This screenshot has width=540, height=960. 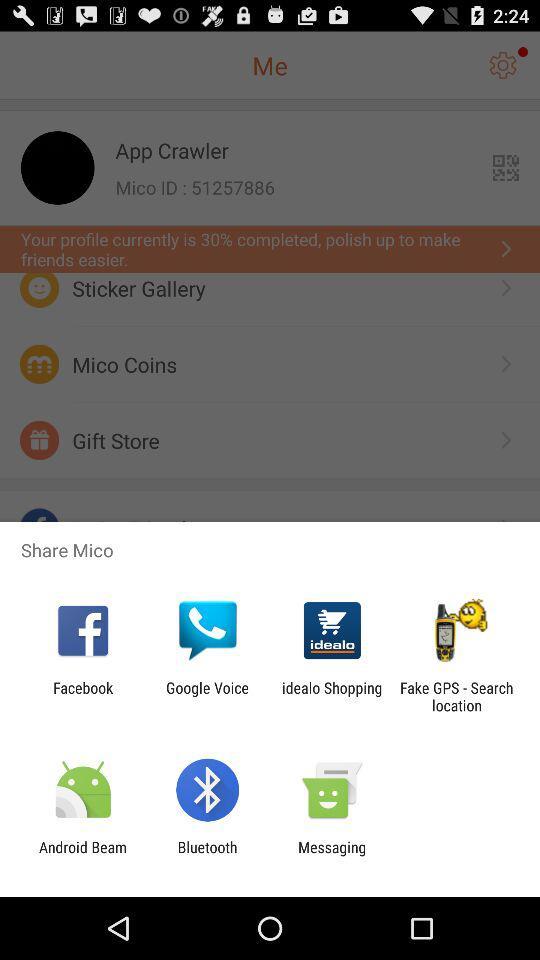 What do you see at coordinates (82, 855) in the screenshot?
I see `android beam icon` at bounding box center [82, 855].